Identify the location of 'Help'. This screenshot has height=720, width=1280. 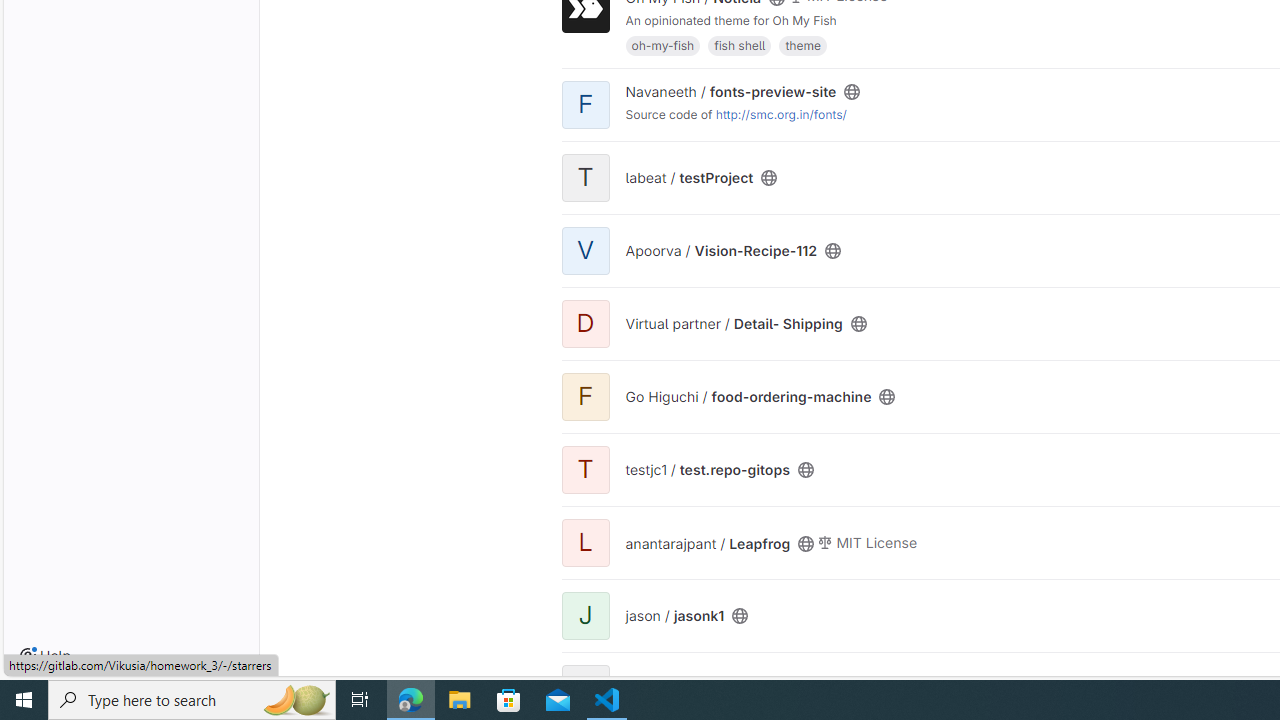
(45, 655).